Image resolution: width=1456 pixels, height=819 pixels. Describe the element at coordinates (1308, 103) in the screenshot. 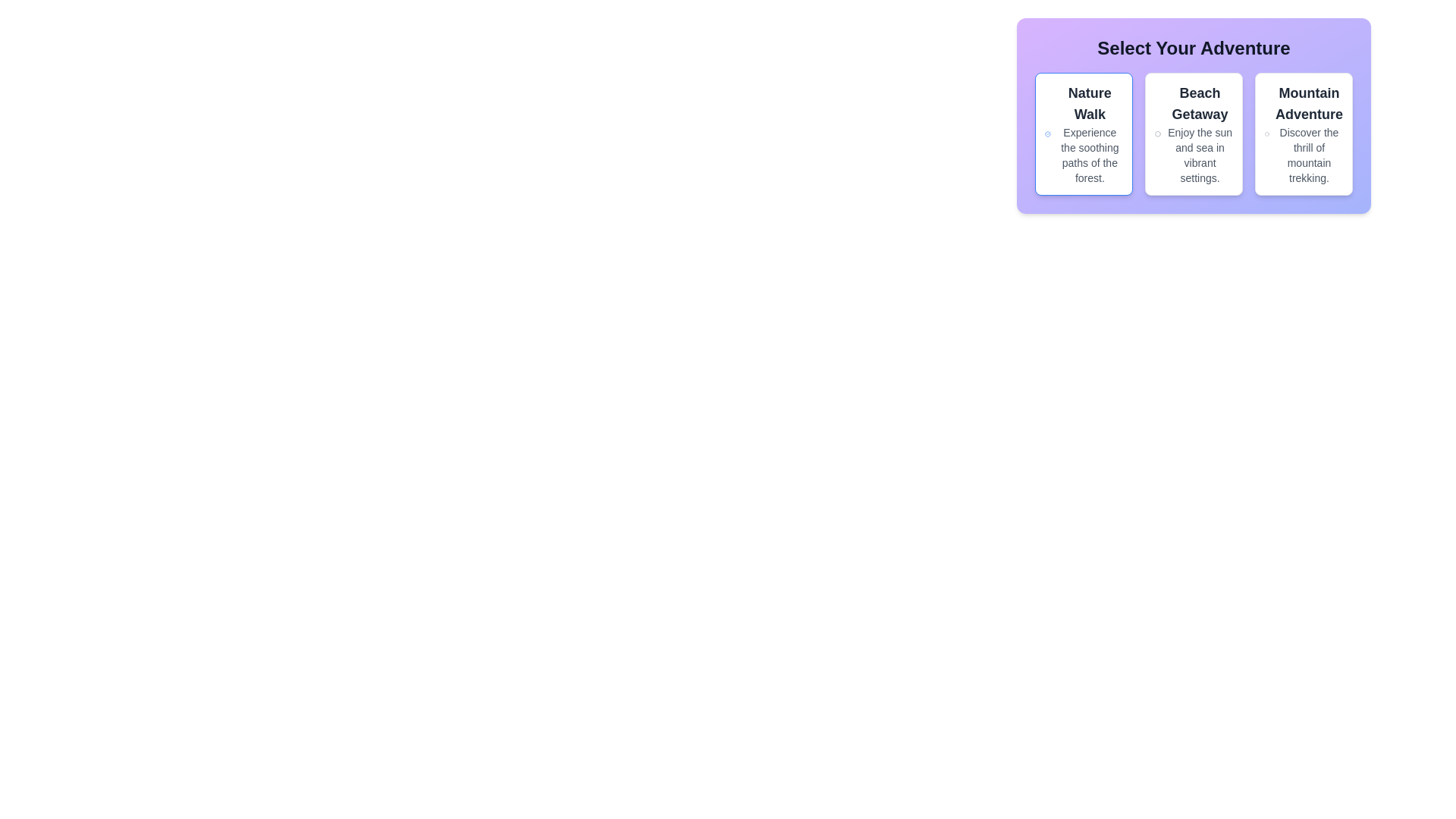

I see `the title text 'Mountain Adventure', which is styled in bold and larger size, located at the top of the third card in the 'Select Your Adventure' section` at that location.